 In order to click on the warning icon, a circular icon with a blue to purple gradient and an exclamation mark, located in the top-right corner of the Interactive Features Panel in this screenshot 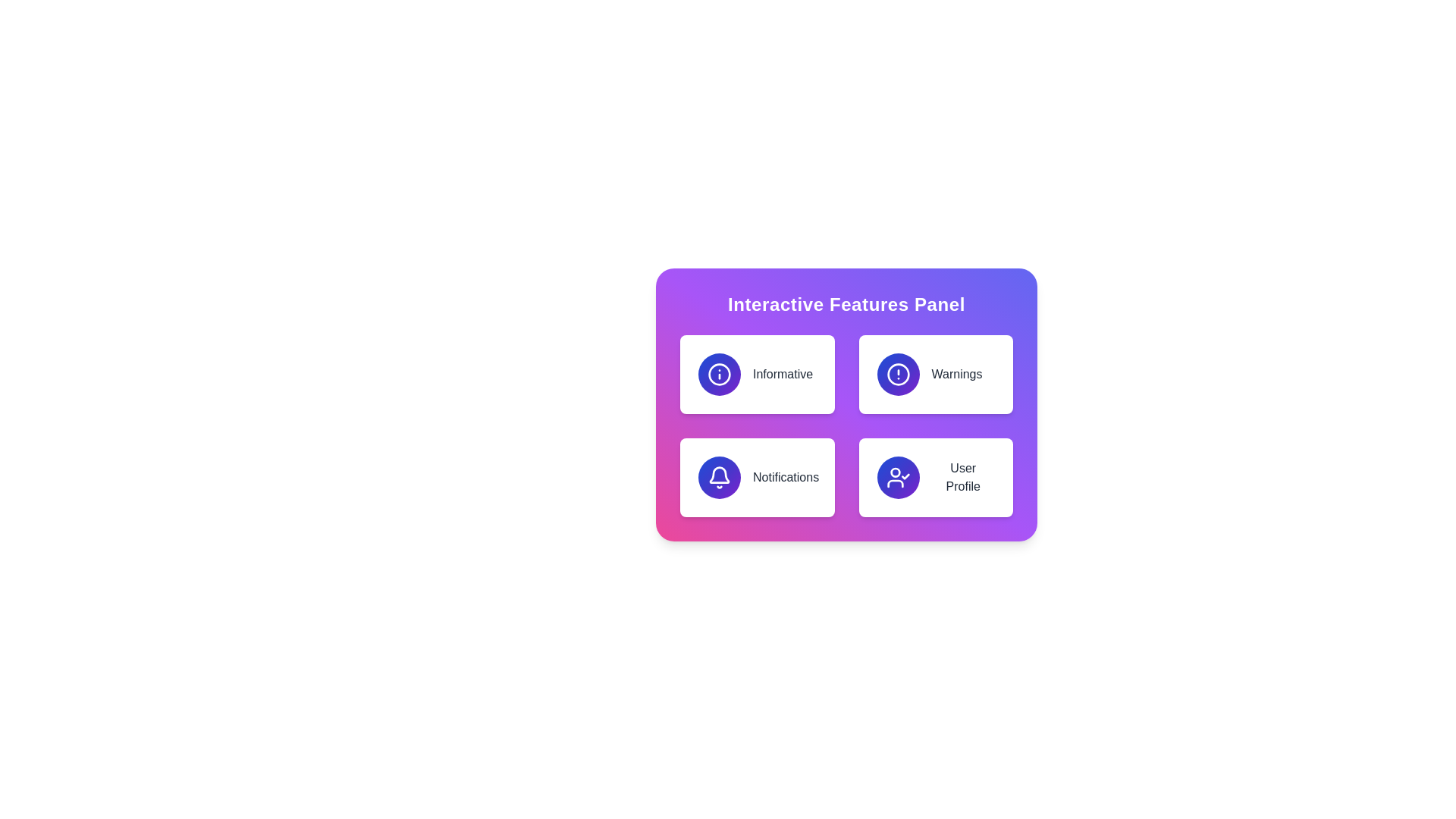, I will do `click(898, 374)`.